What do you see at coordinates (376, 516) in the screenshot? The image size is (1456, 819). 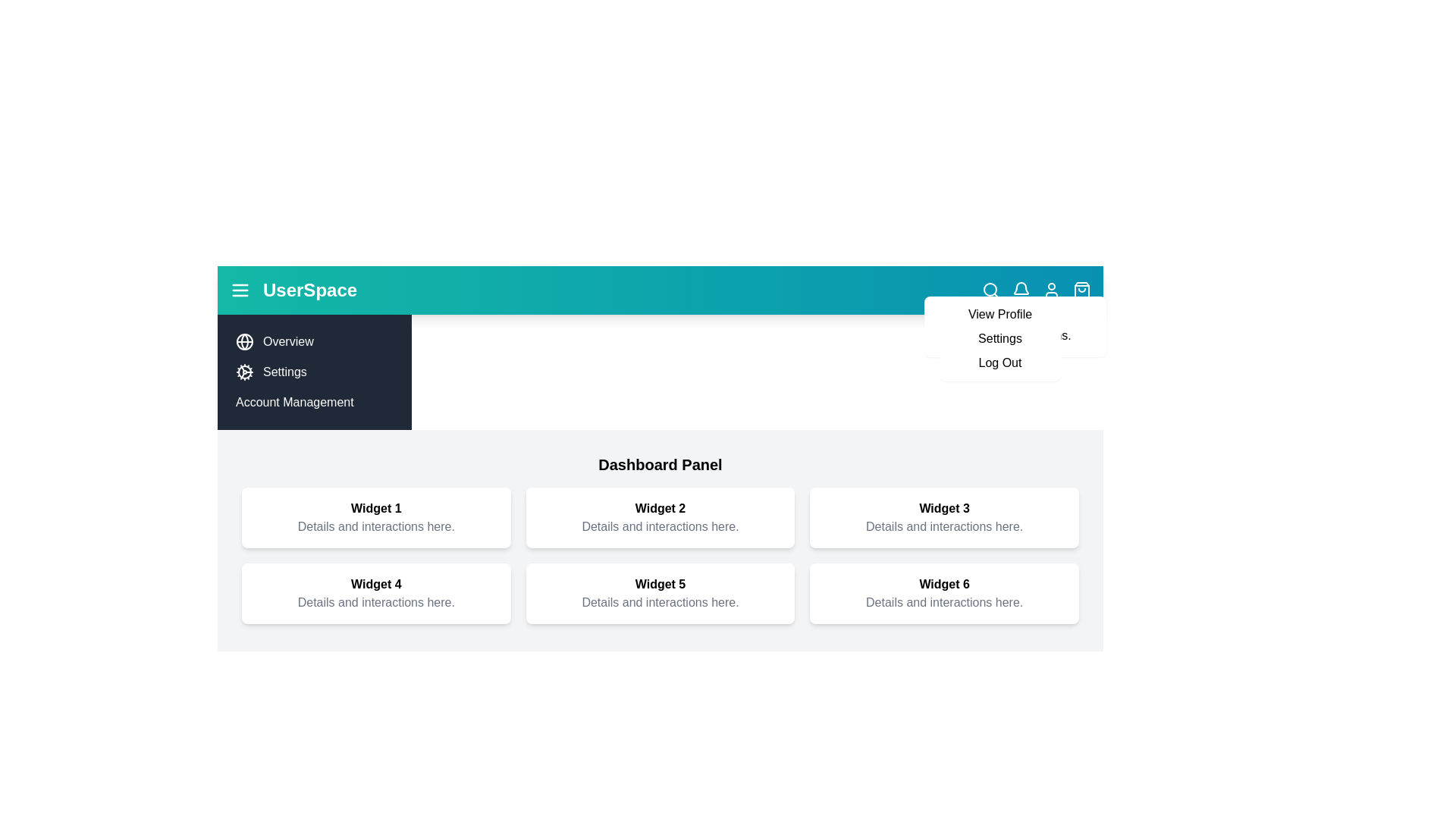 I see `the first card in the grid layout of widgets, which presents information or provides an entry point for interactions related to 'Widget 1'` at bounding box center [376, 516].